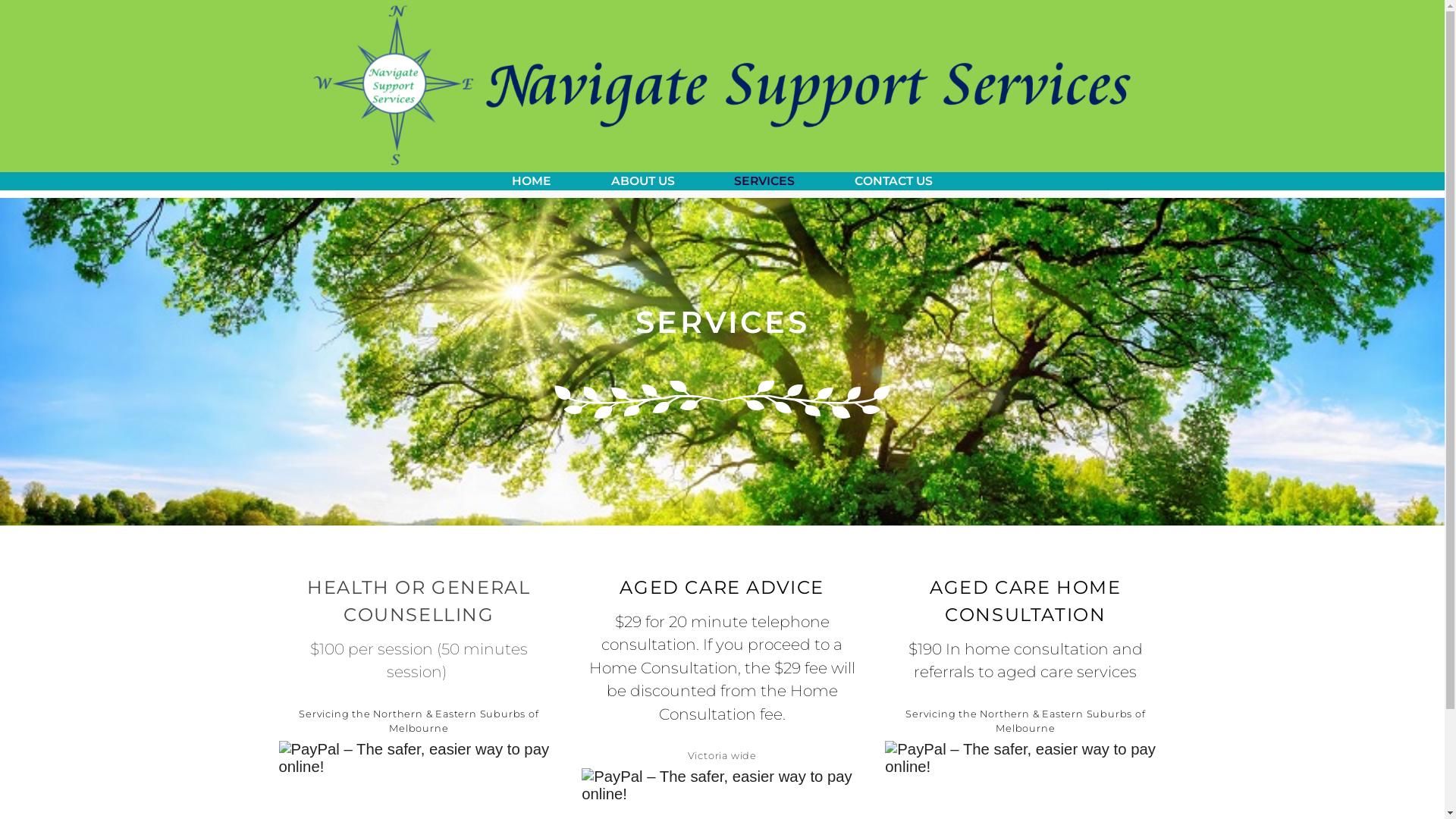  What do you see at coordinates (764, 180) in the screenshot?
I see `'SERVICES'` at bounding box center [764, 180].